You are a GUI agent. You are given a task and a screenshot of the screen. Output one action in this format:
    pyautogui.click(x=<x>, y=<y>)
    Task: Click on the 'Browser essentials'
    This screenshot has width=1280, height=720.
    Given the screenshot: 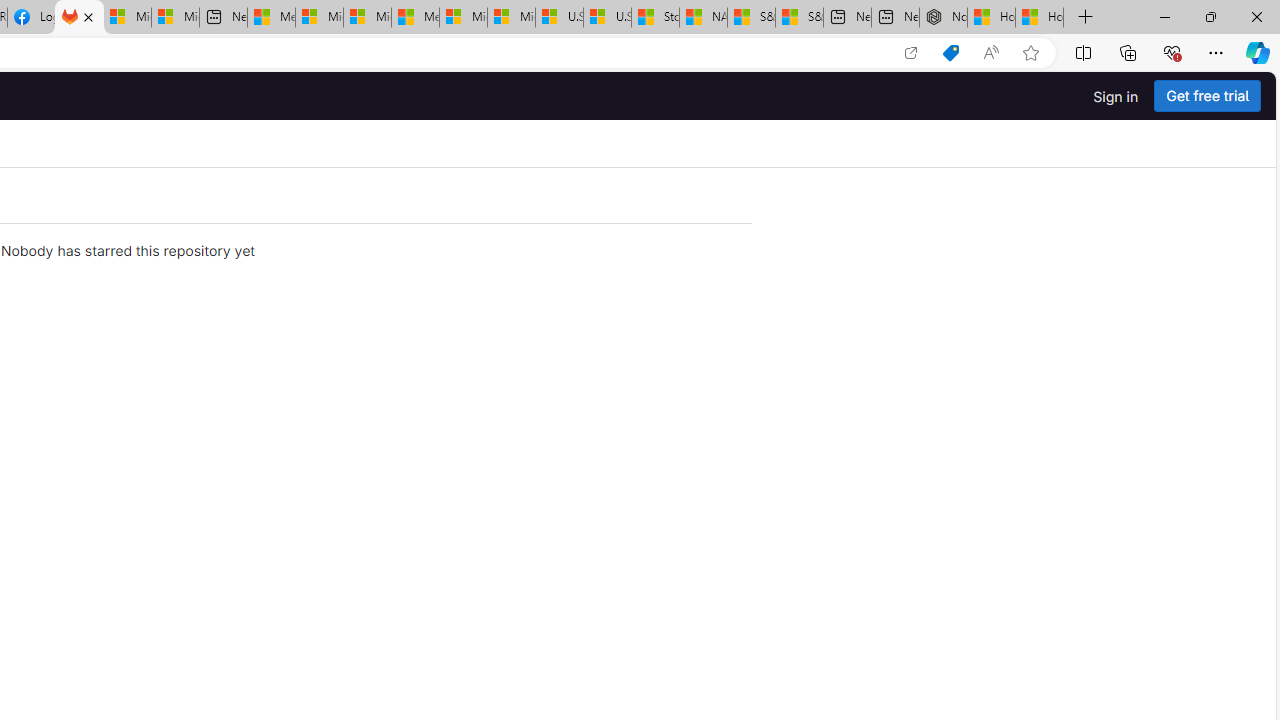 What is the action you would take?
    pyautogui.click(x=1171, y=51)
    